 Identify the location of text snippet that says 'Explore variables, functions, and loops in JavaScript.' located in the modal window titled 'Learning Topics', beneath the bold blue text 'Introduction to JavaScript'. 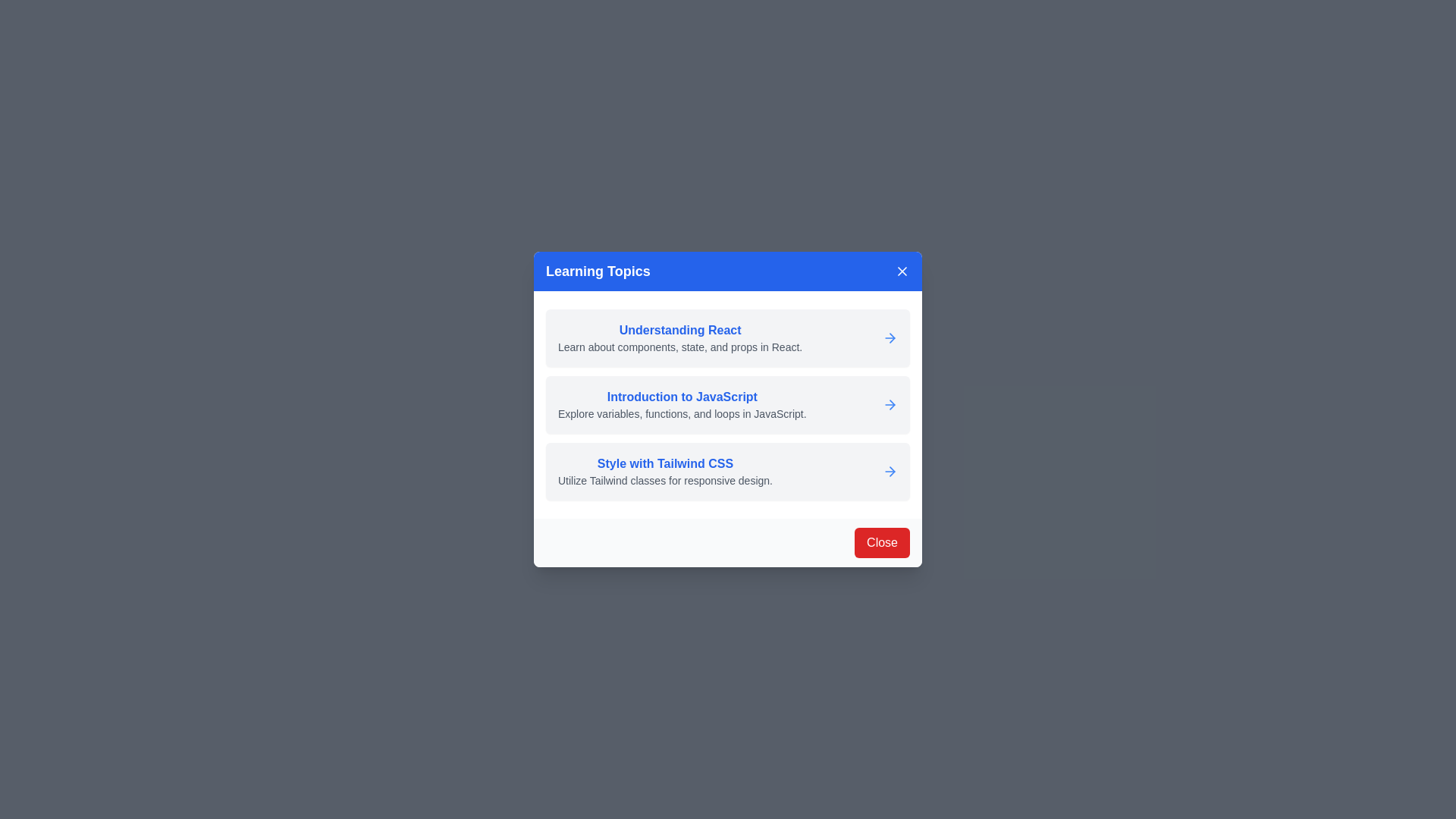
(681, 414).